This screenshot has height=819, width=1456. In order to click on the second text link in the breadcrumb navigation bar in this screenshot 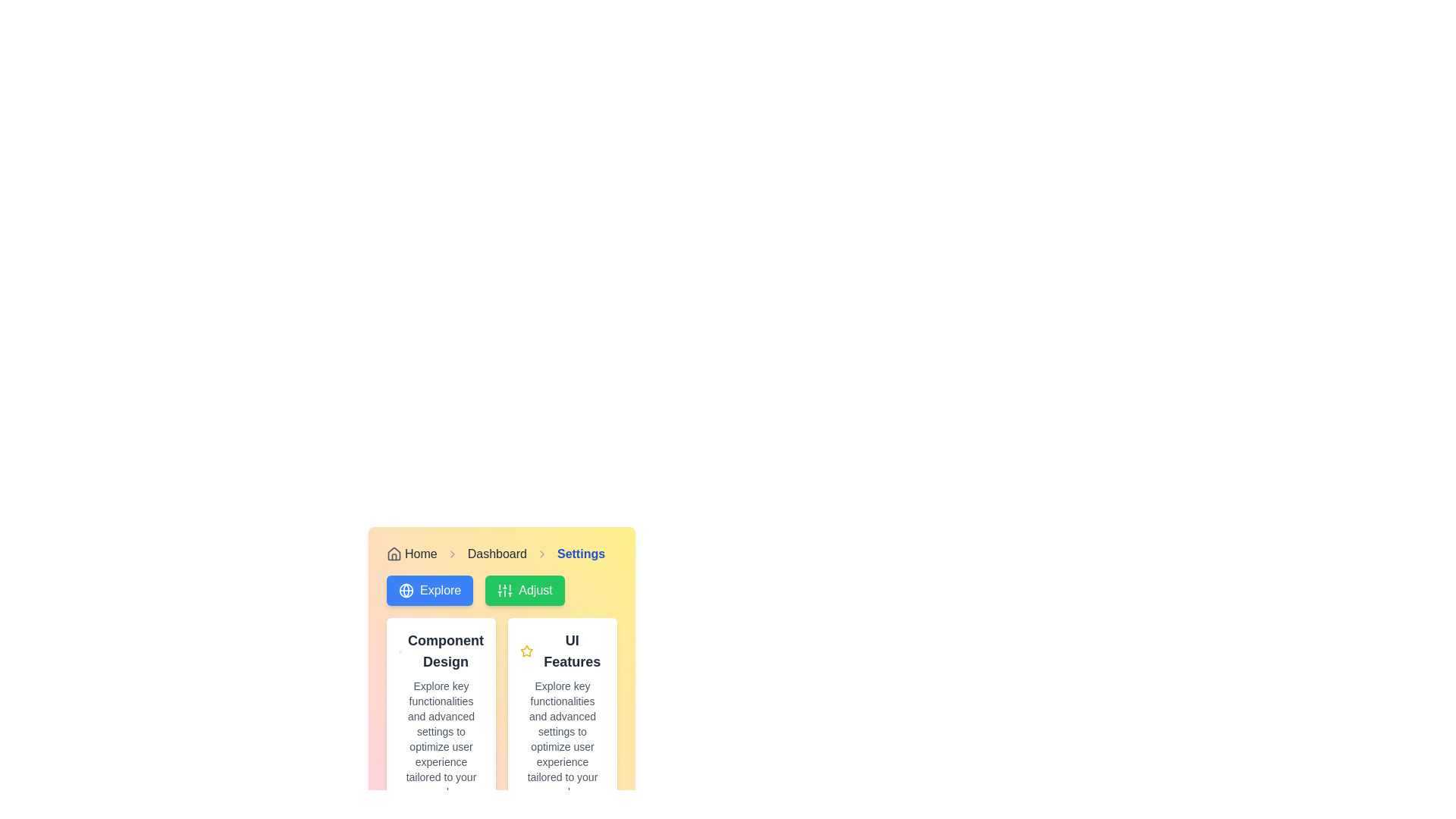, I will do `click(497, 554)`.